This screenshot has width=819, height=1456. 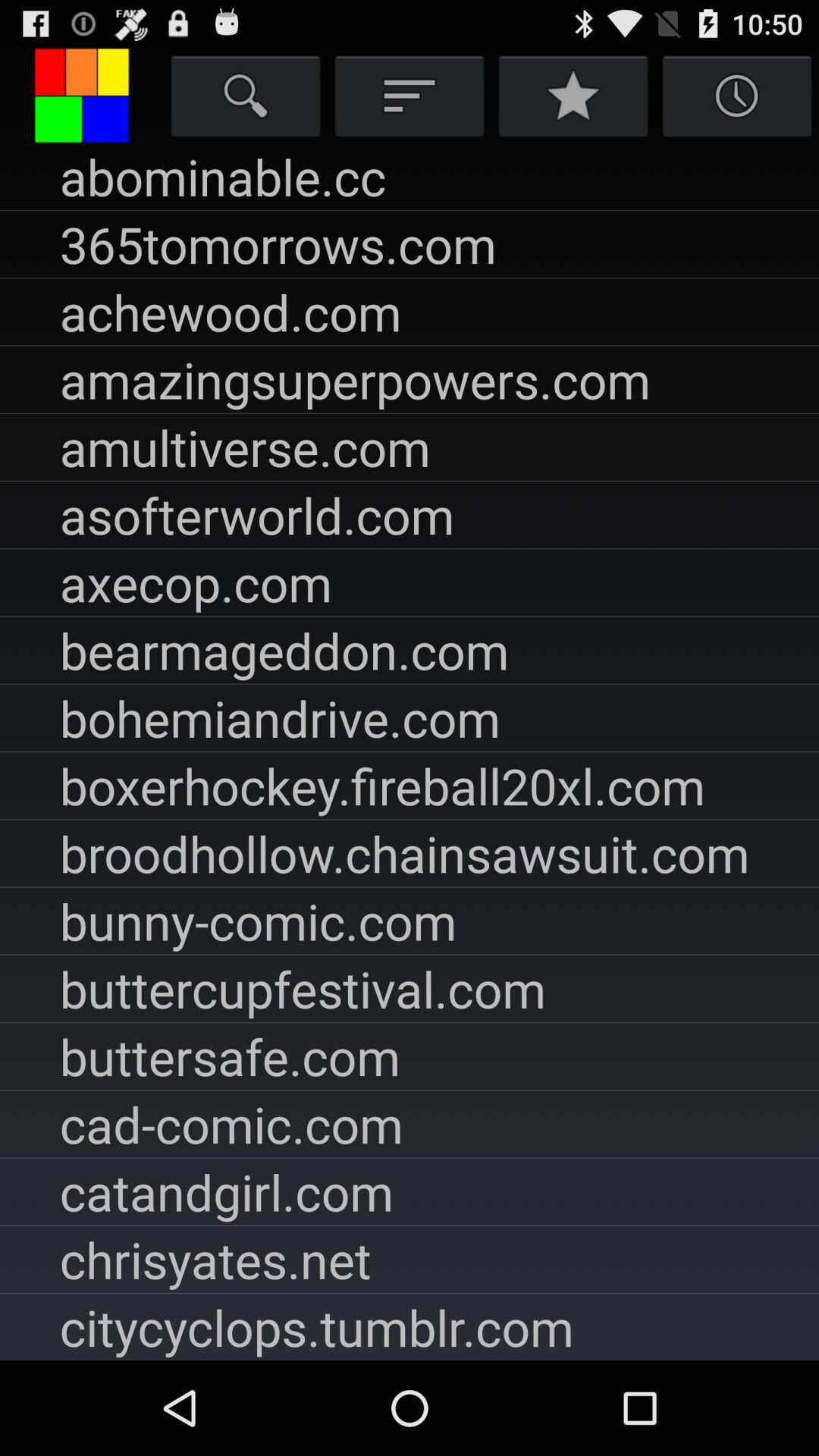 What do you see at coordinates (409, 101) in the screenshot?
I see `the filter_list icon` at bounding box center [409, 101].